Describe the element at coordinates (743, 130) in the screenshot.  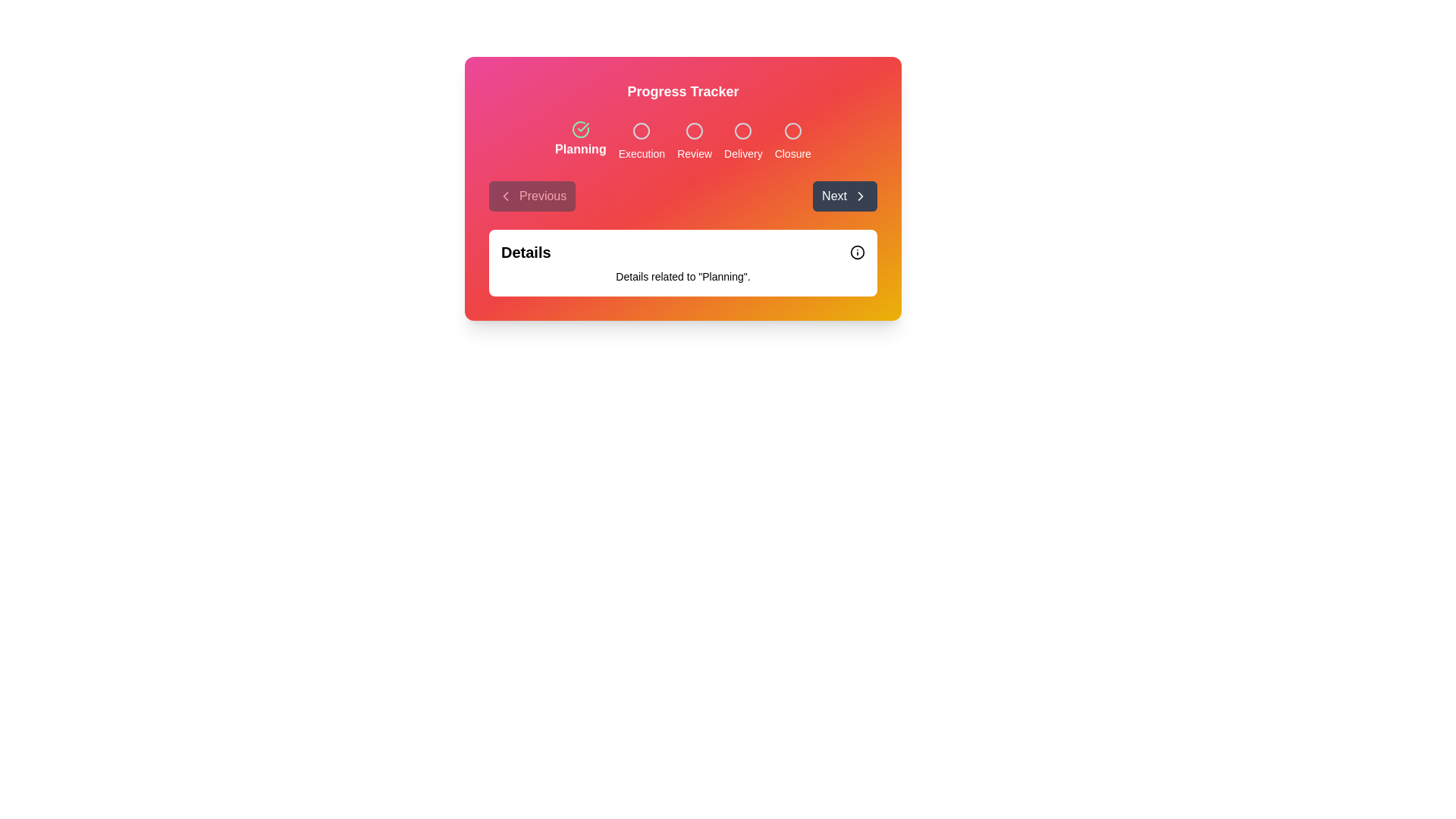
I see `the 'Delivery' stage icon in the progress tracker for accessibility-related actions` at that location.